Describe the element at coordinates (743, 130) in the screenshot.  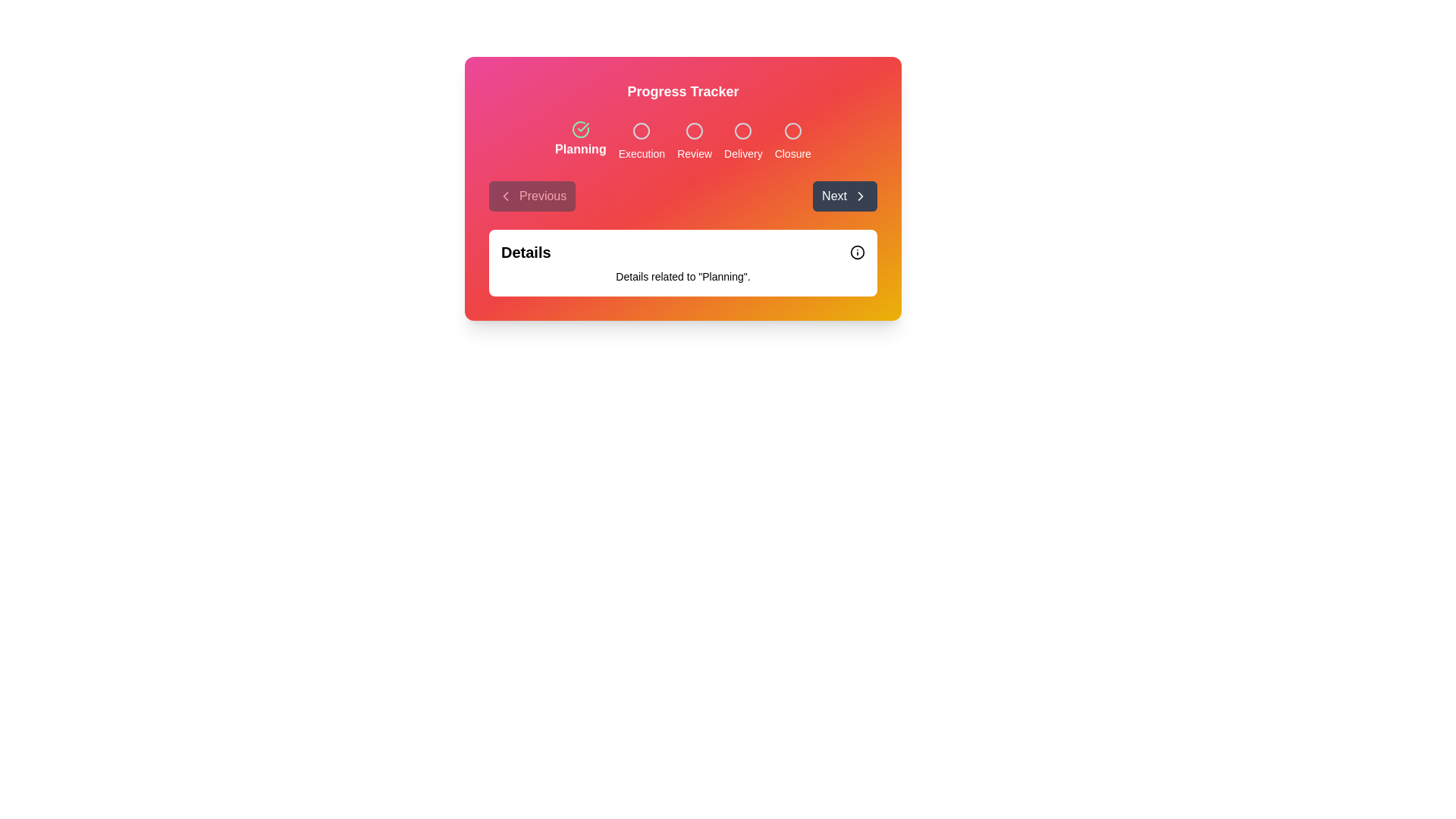
I see `the 'Delivery' stage icon in the progress tracker for accessibility-related actions` at that location.